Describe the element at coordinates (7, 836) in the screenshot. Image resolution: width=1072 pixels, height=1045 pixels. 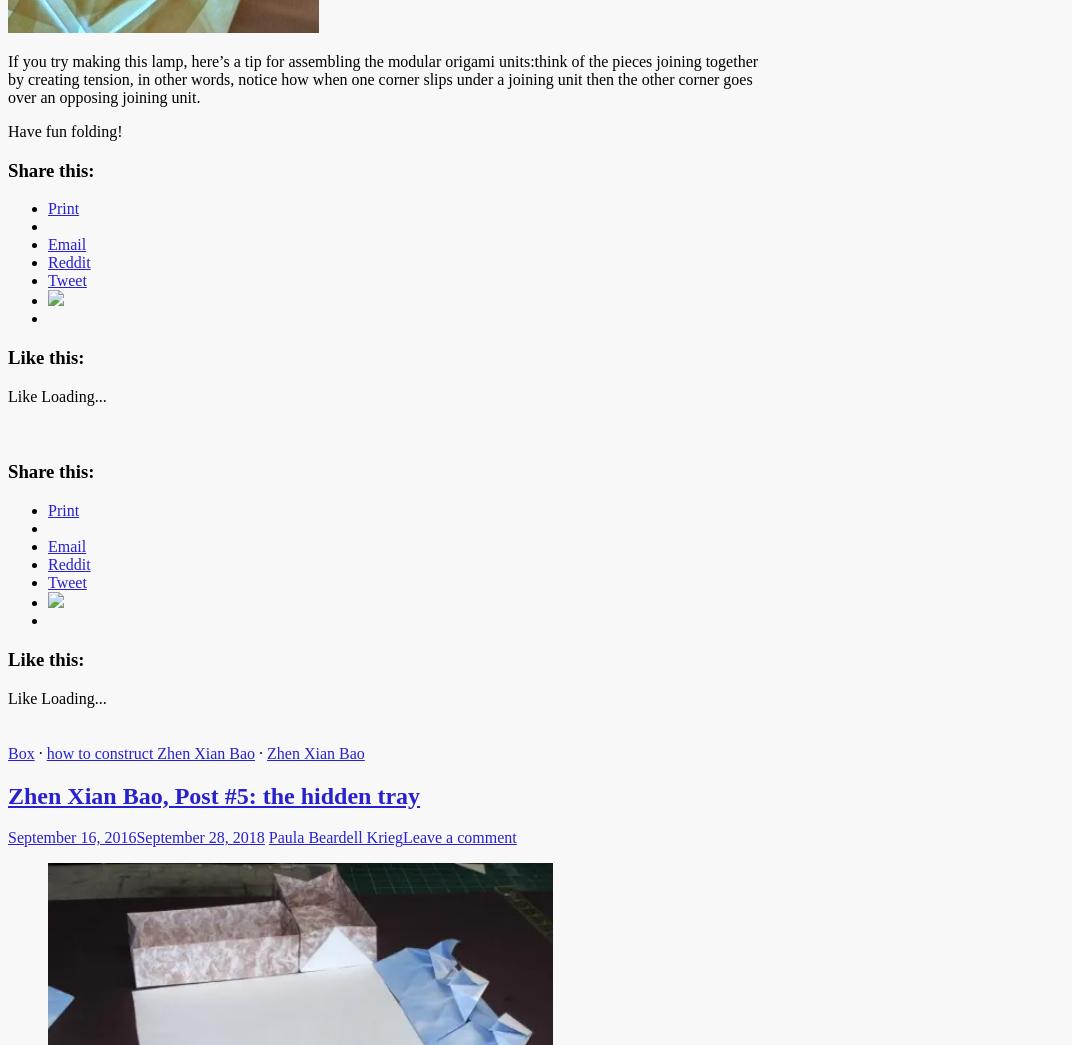
I see `'September 16, 2016'` at that location.